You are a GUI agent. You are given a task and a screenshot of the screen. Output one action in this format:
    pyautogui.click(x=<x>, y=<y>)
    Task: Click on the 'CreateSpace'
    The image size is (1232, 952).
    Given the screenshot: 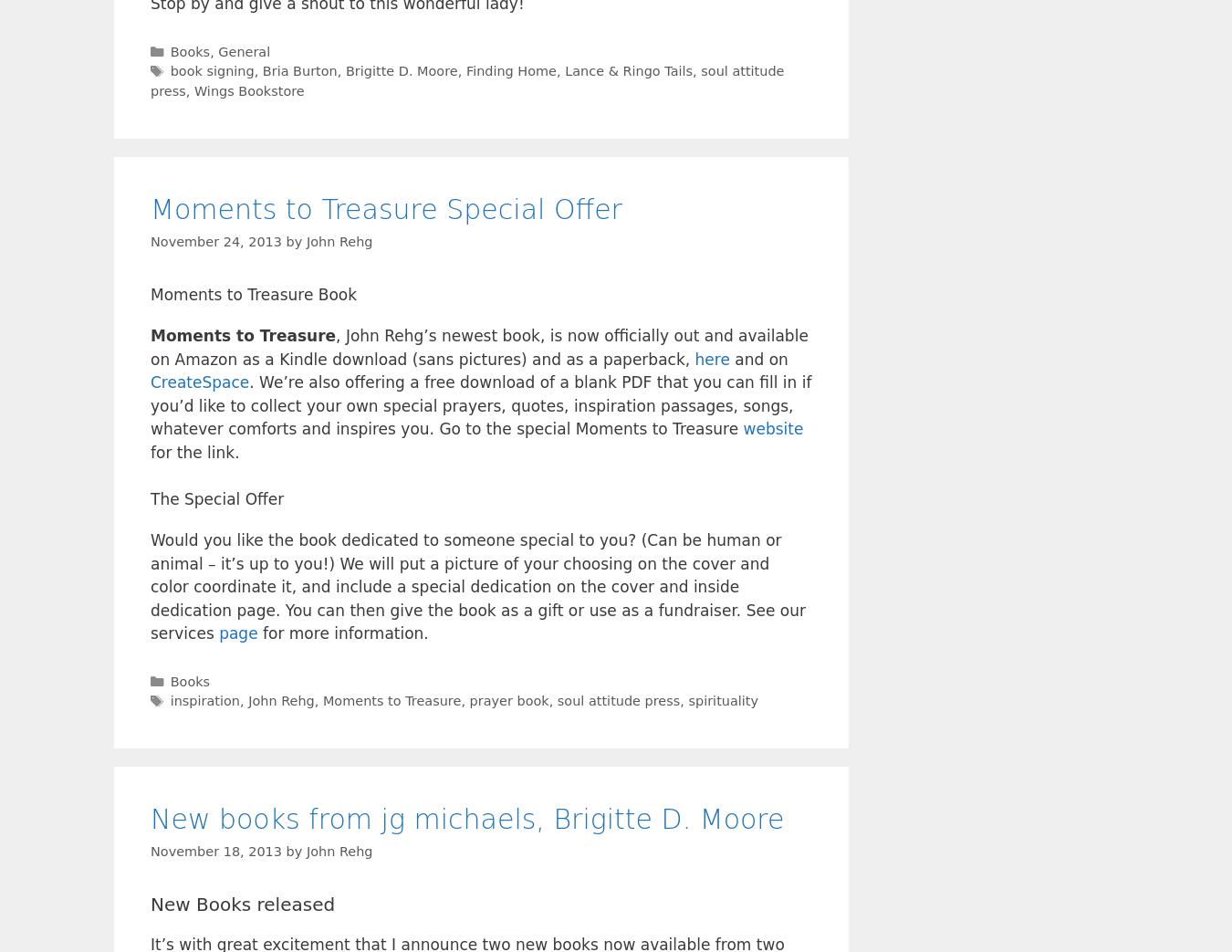 What is the action you would take?
    pyautogui.click(x=199, y=382)
    